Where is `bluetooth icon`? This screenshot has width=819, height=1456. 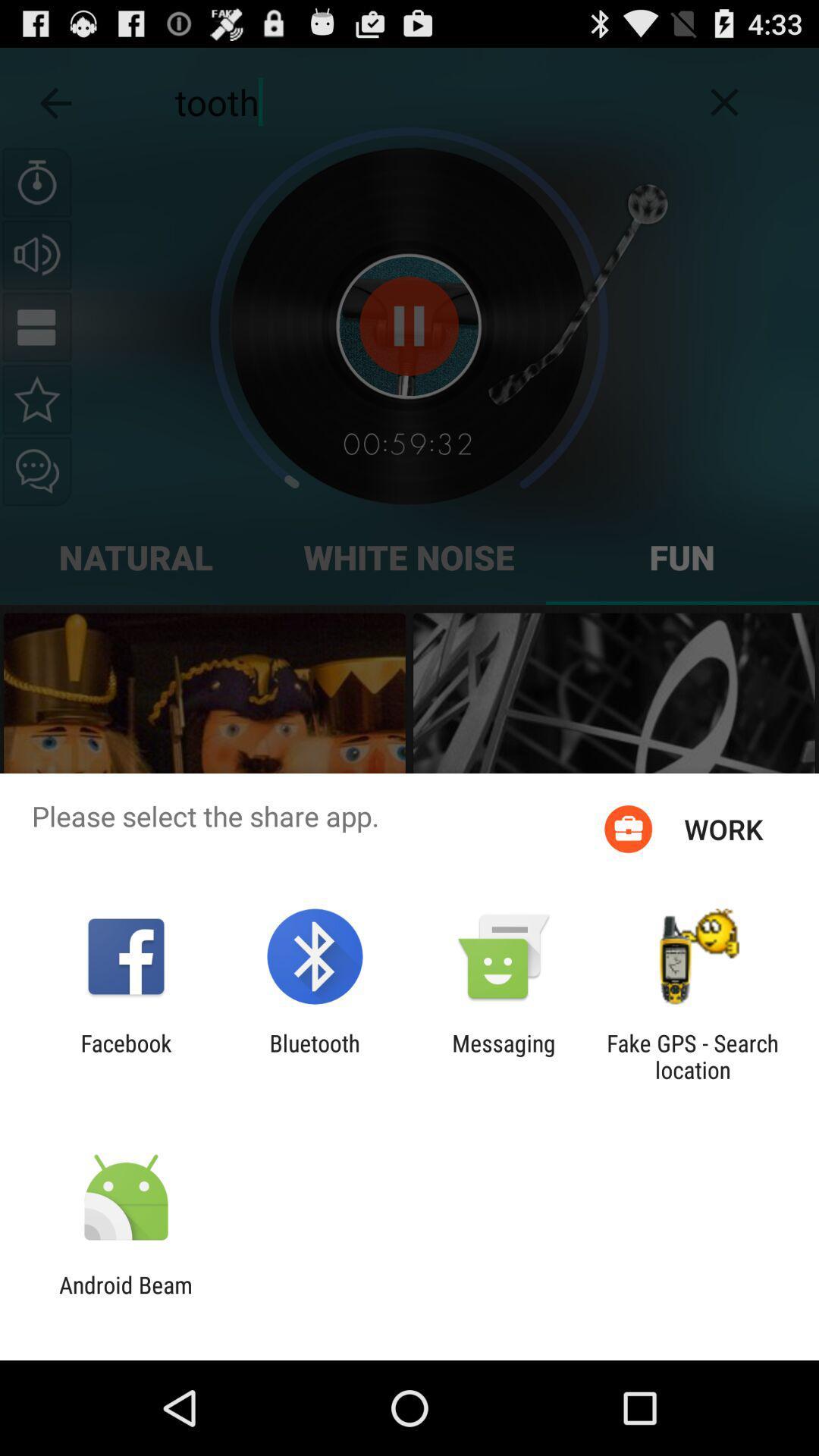
bluetooth icon is located at coordinates (314, 1056).